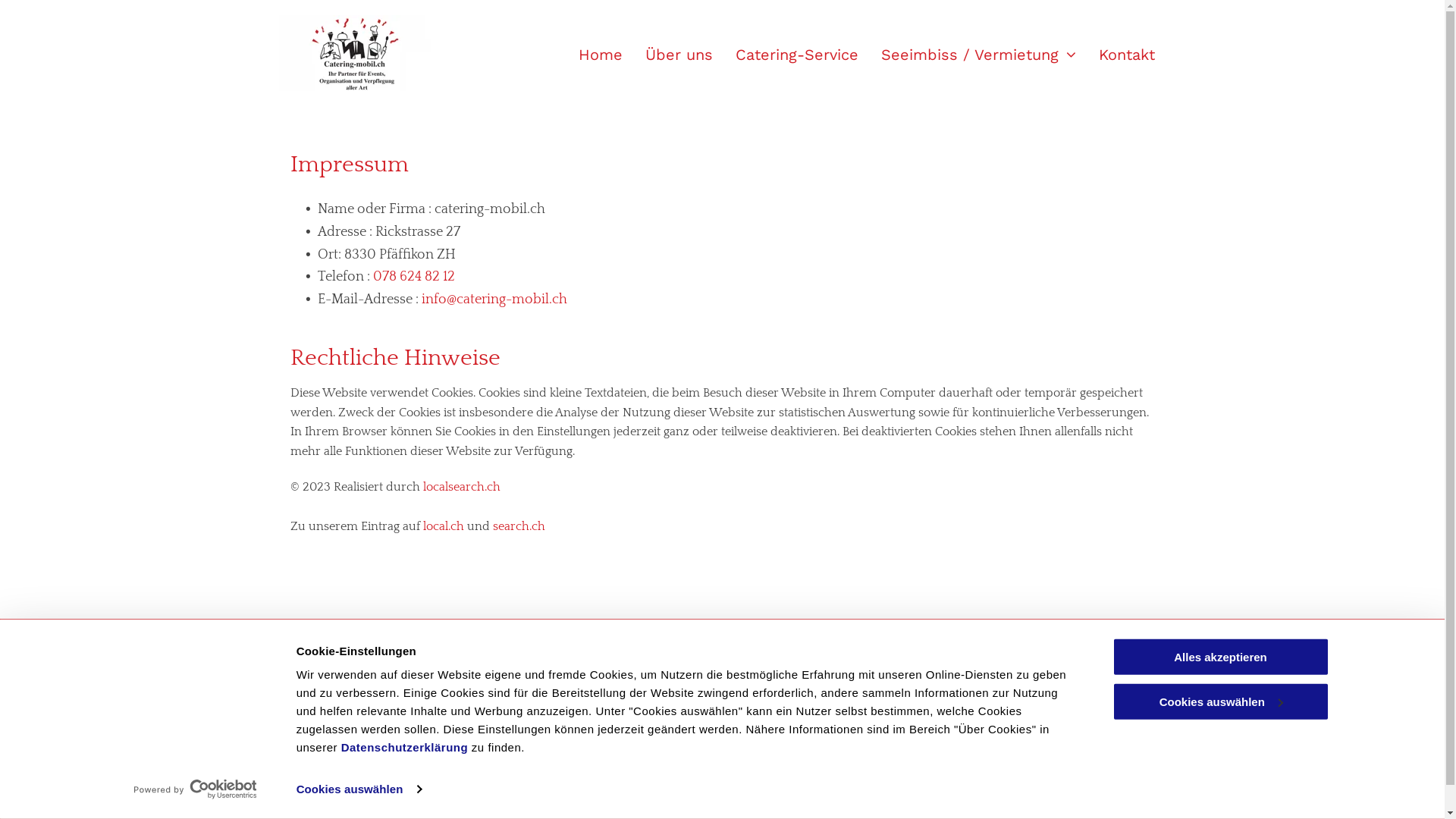 The width and height of the screenshot is (1456, 819). What do you see at coordinates (1111, 656) in the screenshot?
I see `'Alles akzeptieren'` at bounding box center [1111, 656].